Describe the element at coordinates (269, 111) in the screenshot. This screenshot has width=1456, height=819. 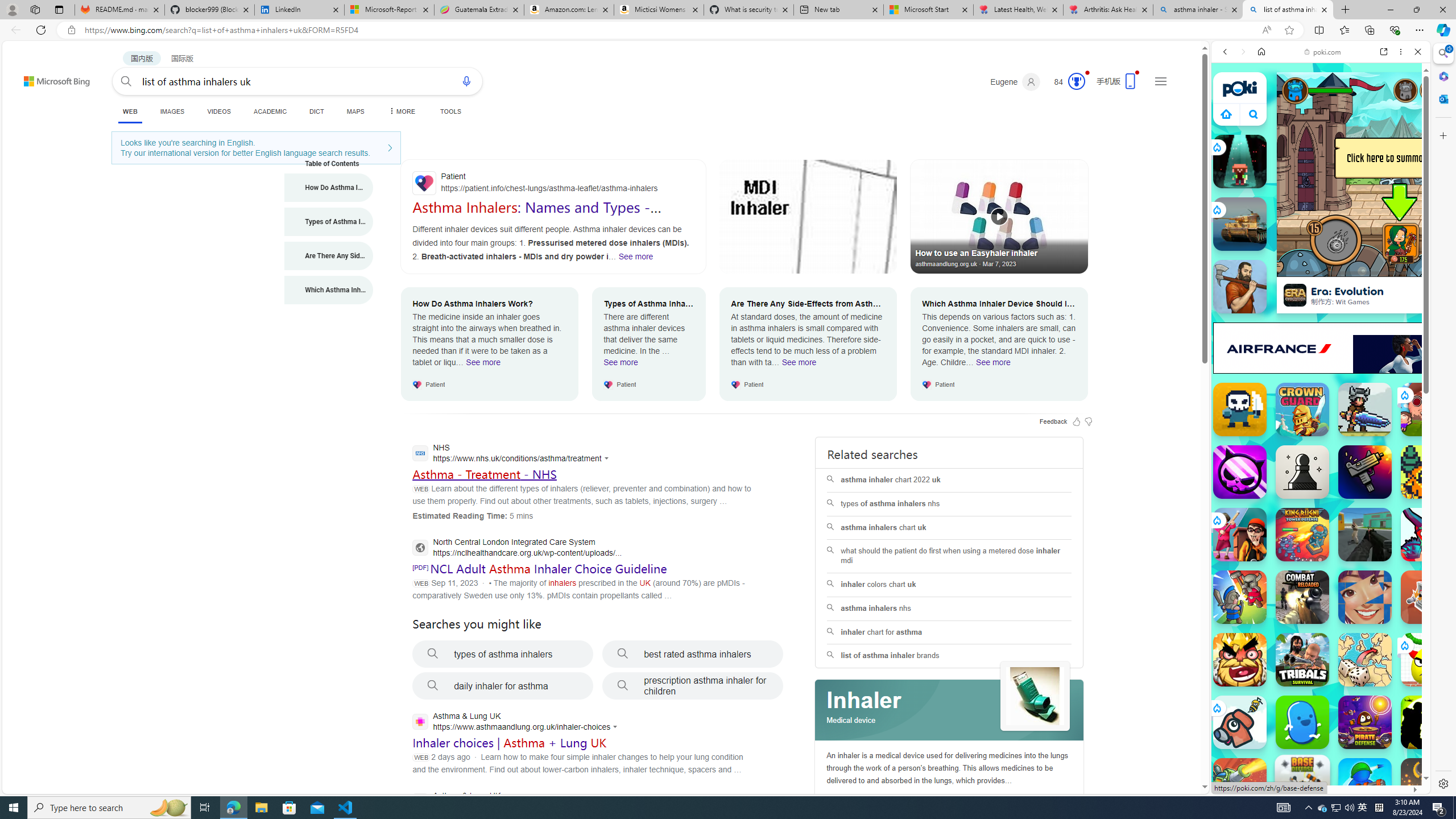
I see `'ACADEMIC'` at that location.